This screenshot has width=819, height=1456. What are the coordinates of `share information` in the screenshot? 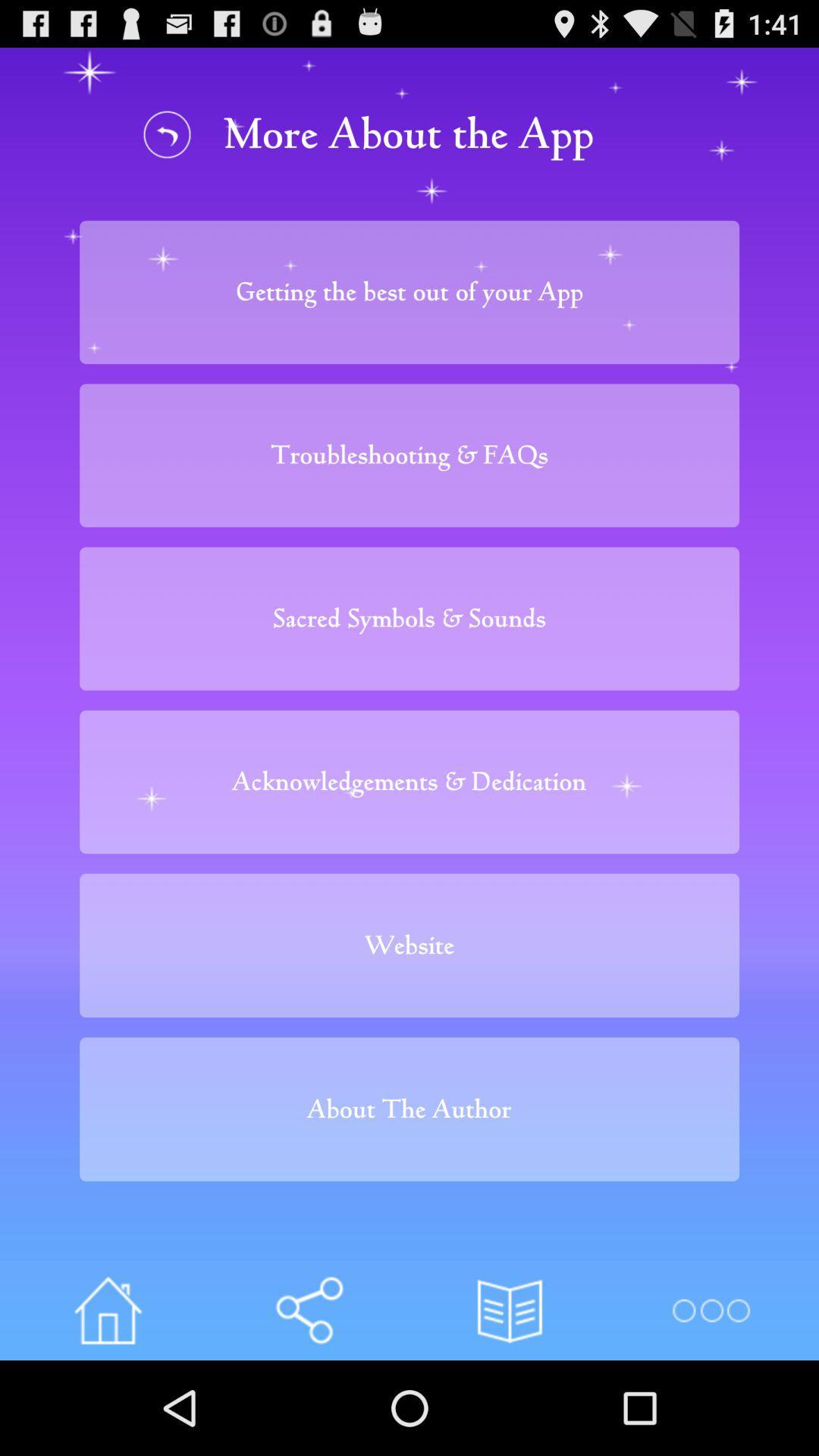 It's located at (308, 1310).